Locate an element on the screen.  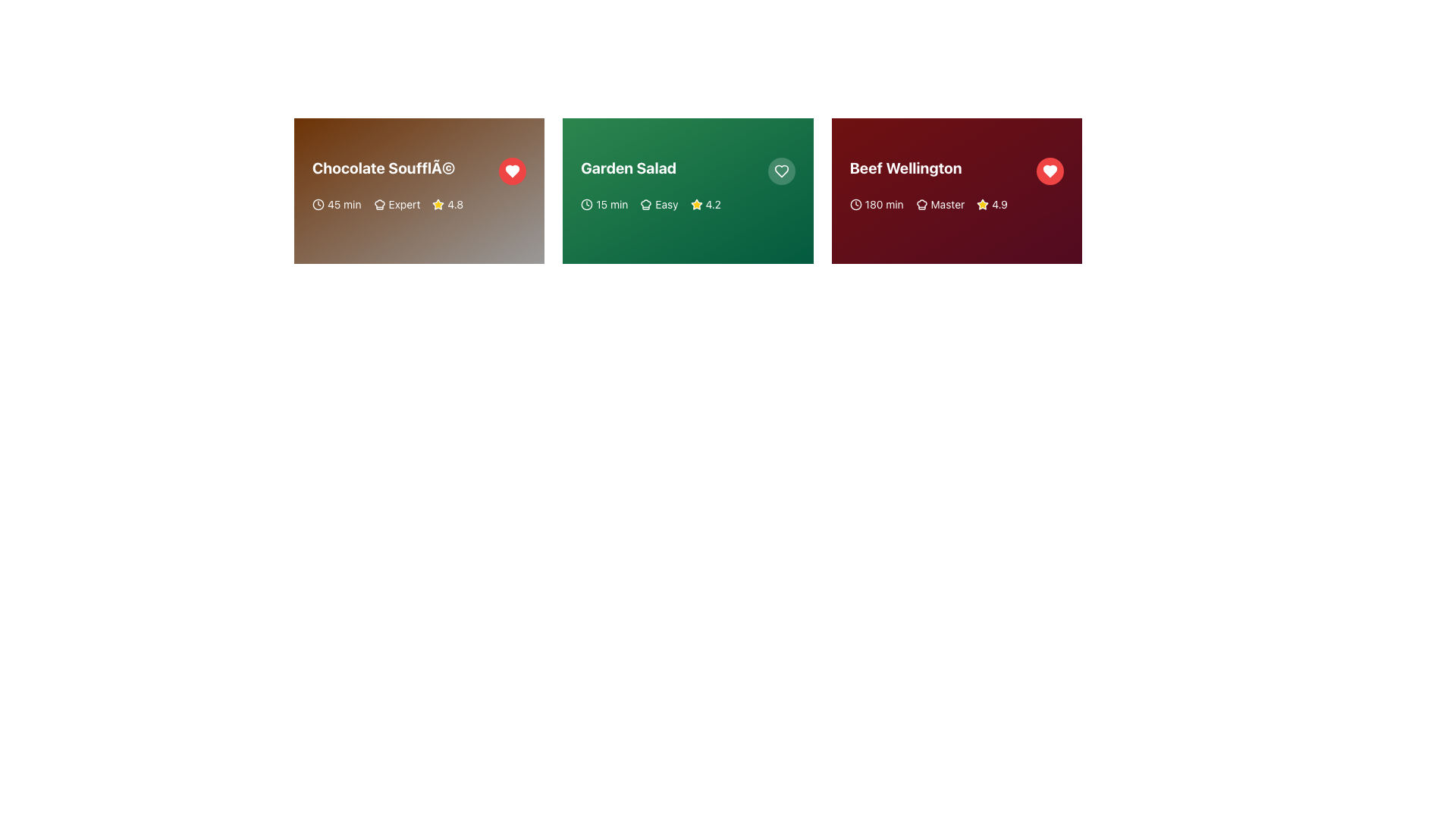
the circular thumbs-up button with a semi-transparent white background to like is located at coordinates (592, 234).